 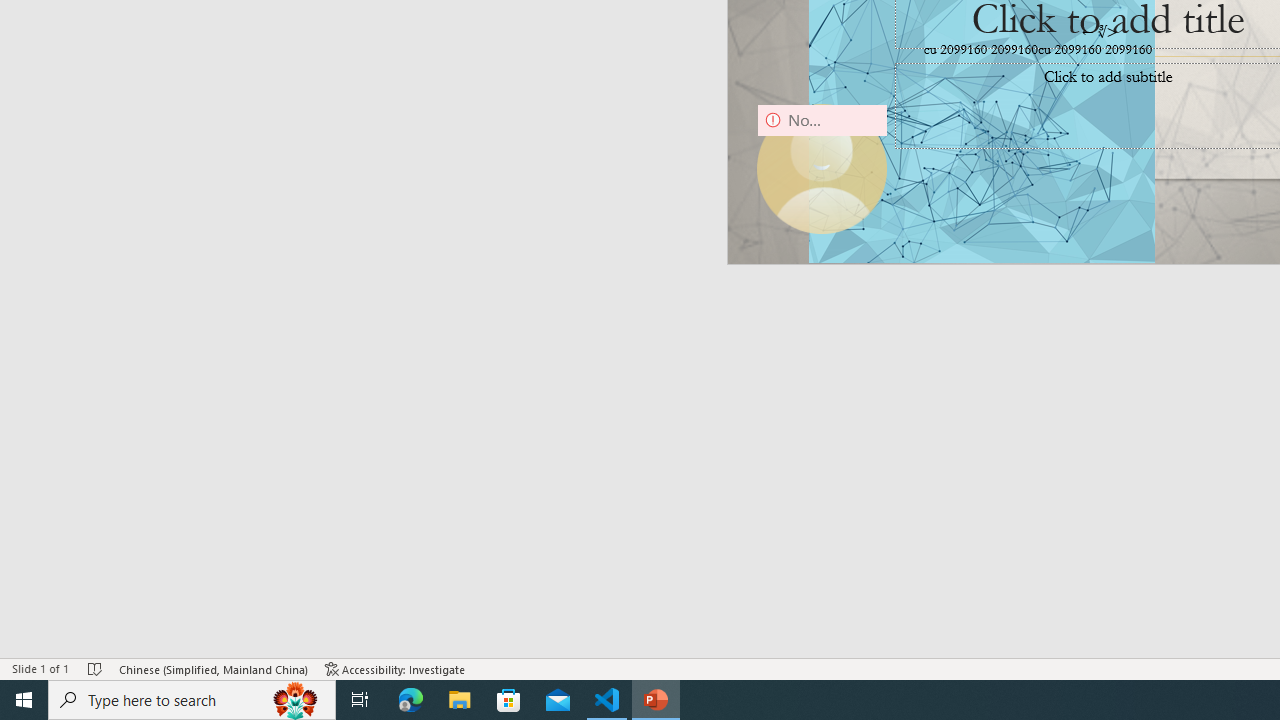 I want to click on 'Accessibility Checker Accessibility: Investigate', so click(x=395, y=669).